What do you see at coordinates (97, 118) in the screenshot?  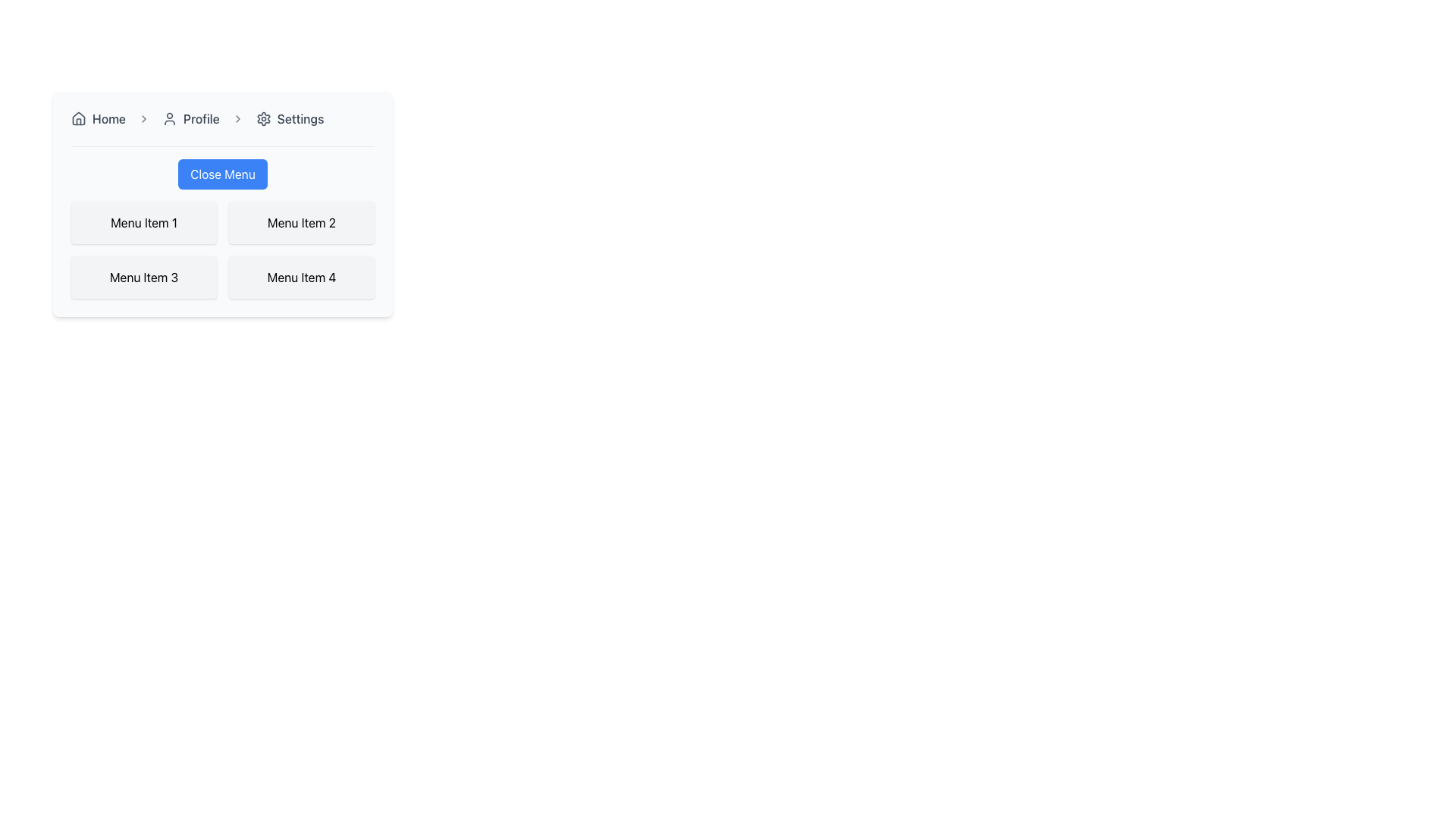 I see `the 'Home' link in the navigation bar to change its appearance, which turns the text blue due to the hover effect` at bounding box center [97, 118].